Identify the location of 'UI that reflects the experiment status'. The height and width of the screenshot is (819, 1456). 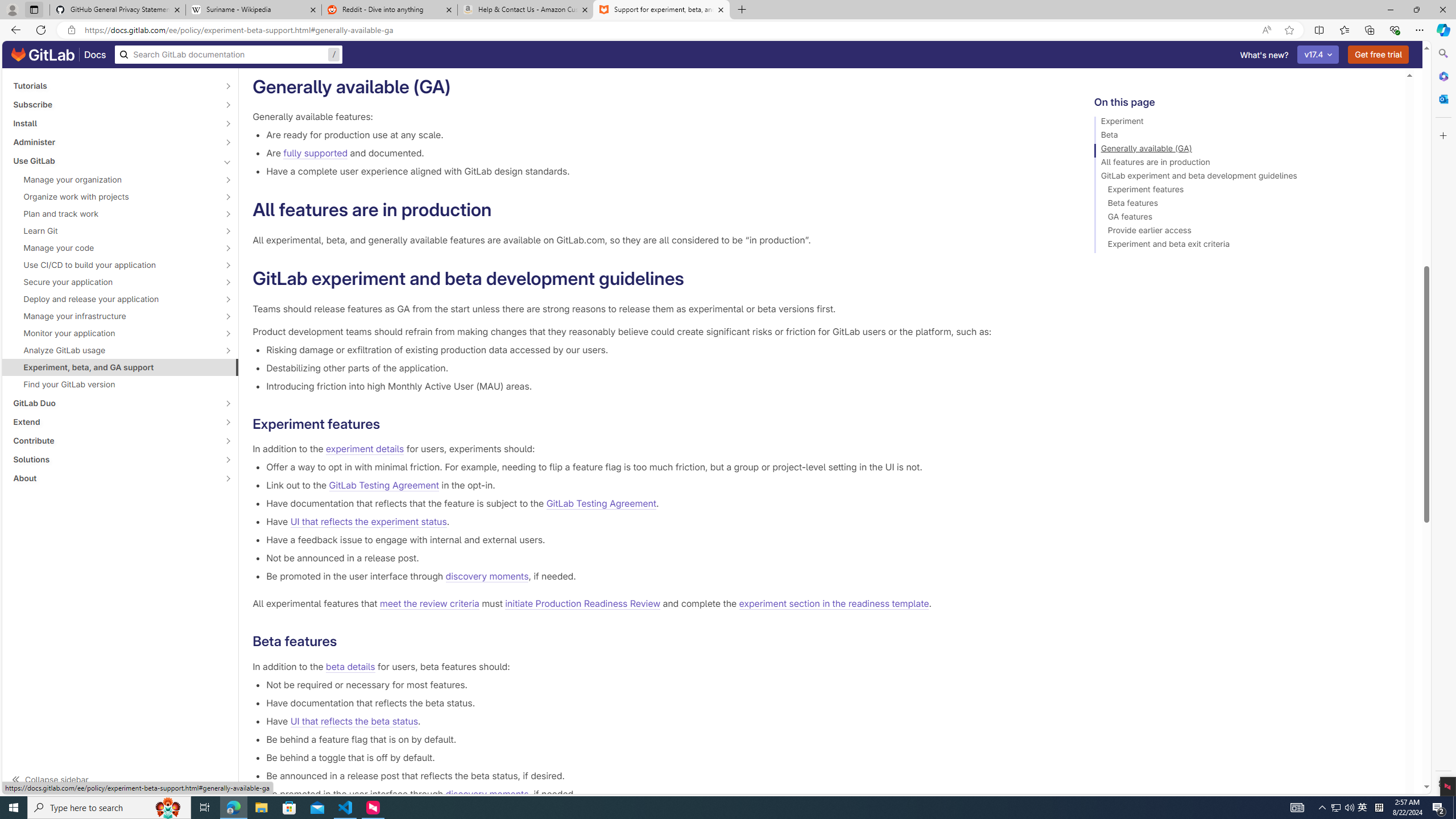
(368, 521).